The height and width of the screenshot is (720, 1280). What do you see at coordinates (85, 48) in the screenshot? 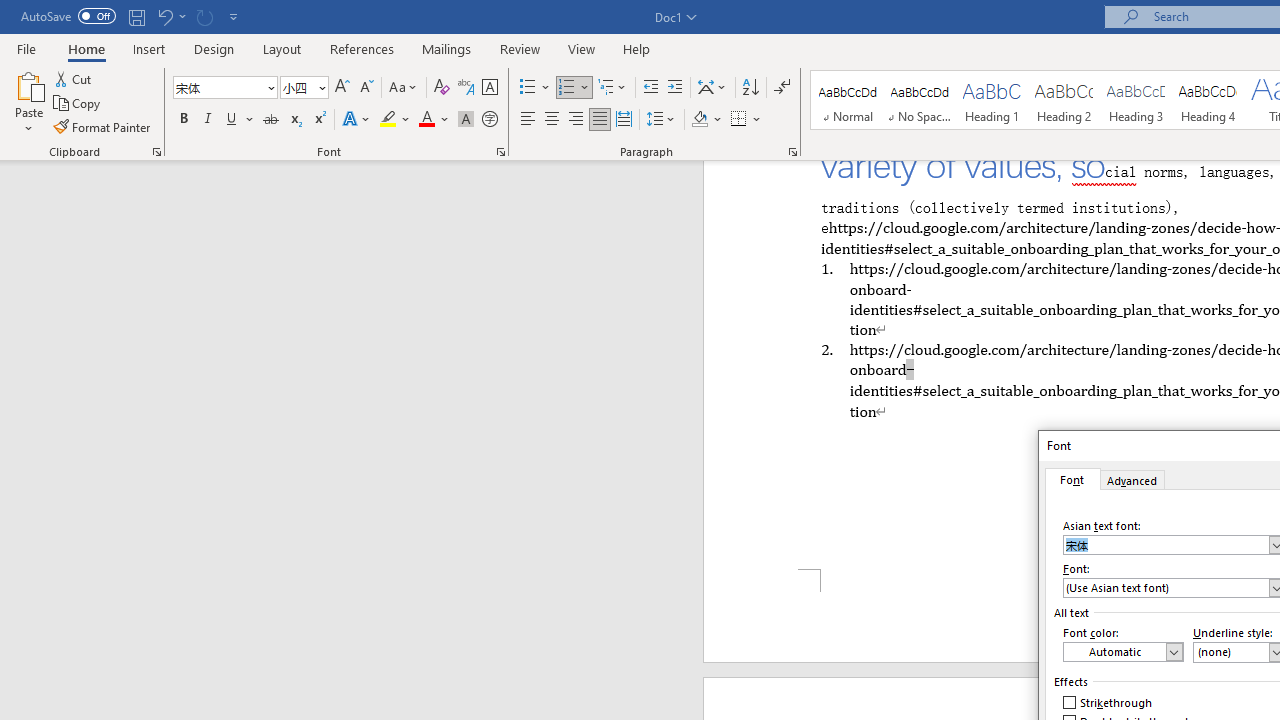
I see `'Home'` at bounding box center [85, 48].